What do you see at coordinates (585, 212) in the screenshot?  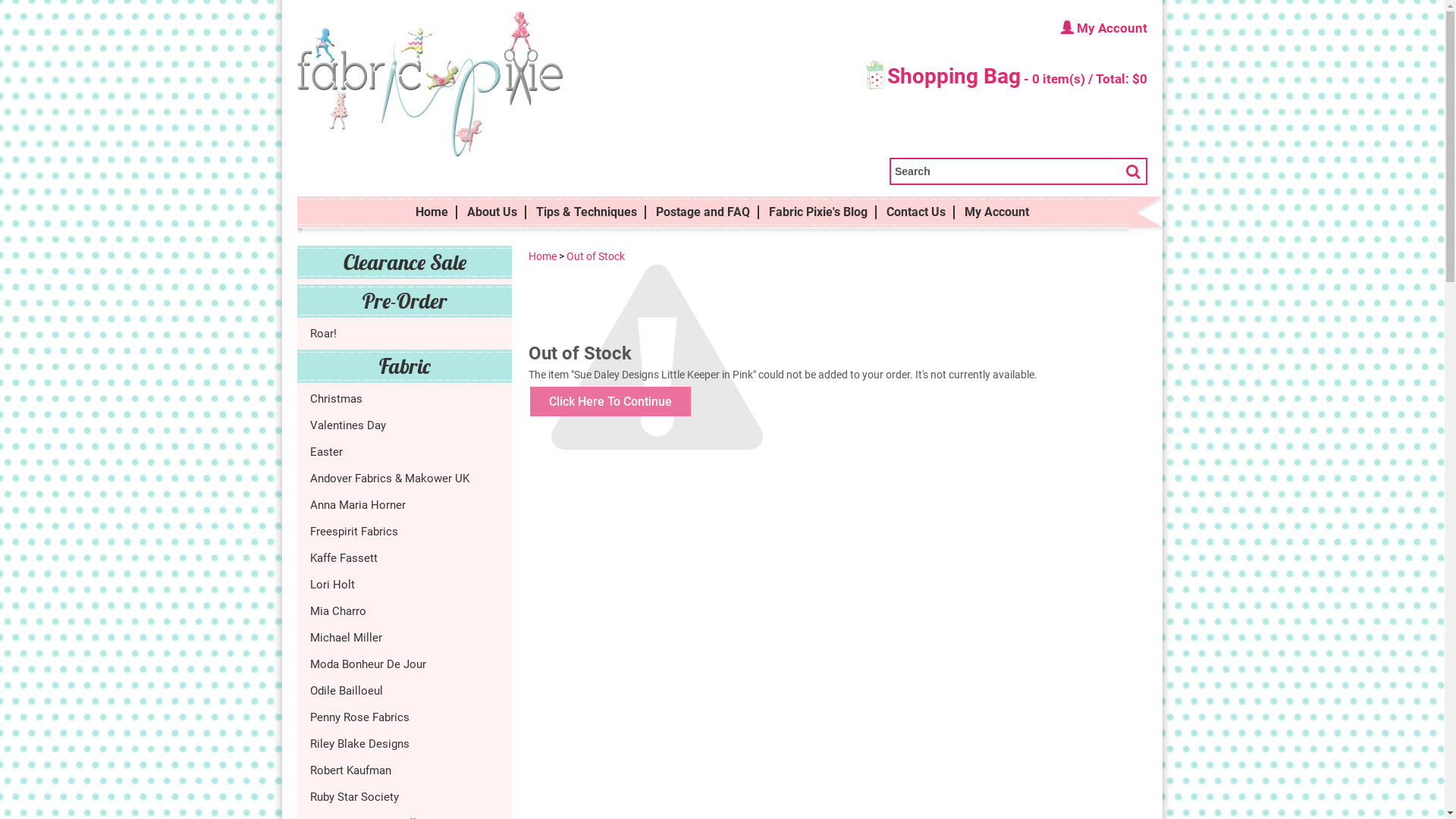 I see `'Tips & Techniques'` at bounding box center [585, 212].